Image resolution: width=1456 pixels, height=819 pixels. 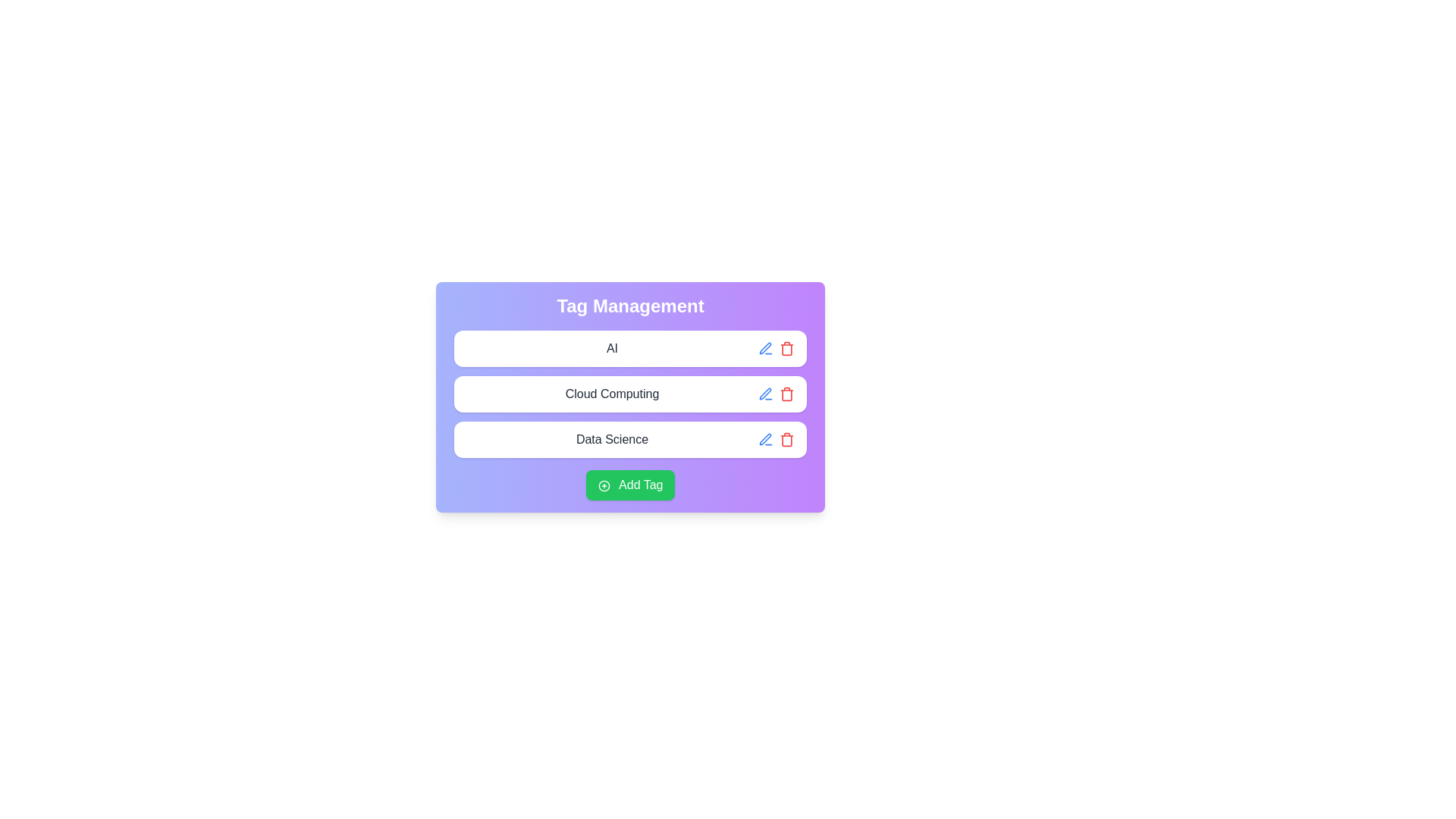 What do you see at coordinates (786, 439) in the screenshot?
I see `the red trash can icon located to the right of the 'Data Science' entry in the 'Tag Management' block to observe the style change` at bounding box center [786, 439].